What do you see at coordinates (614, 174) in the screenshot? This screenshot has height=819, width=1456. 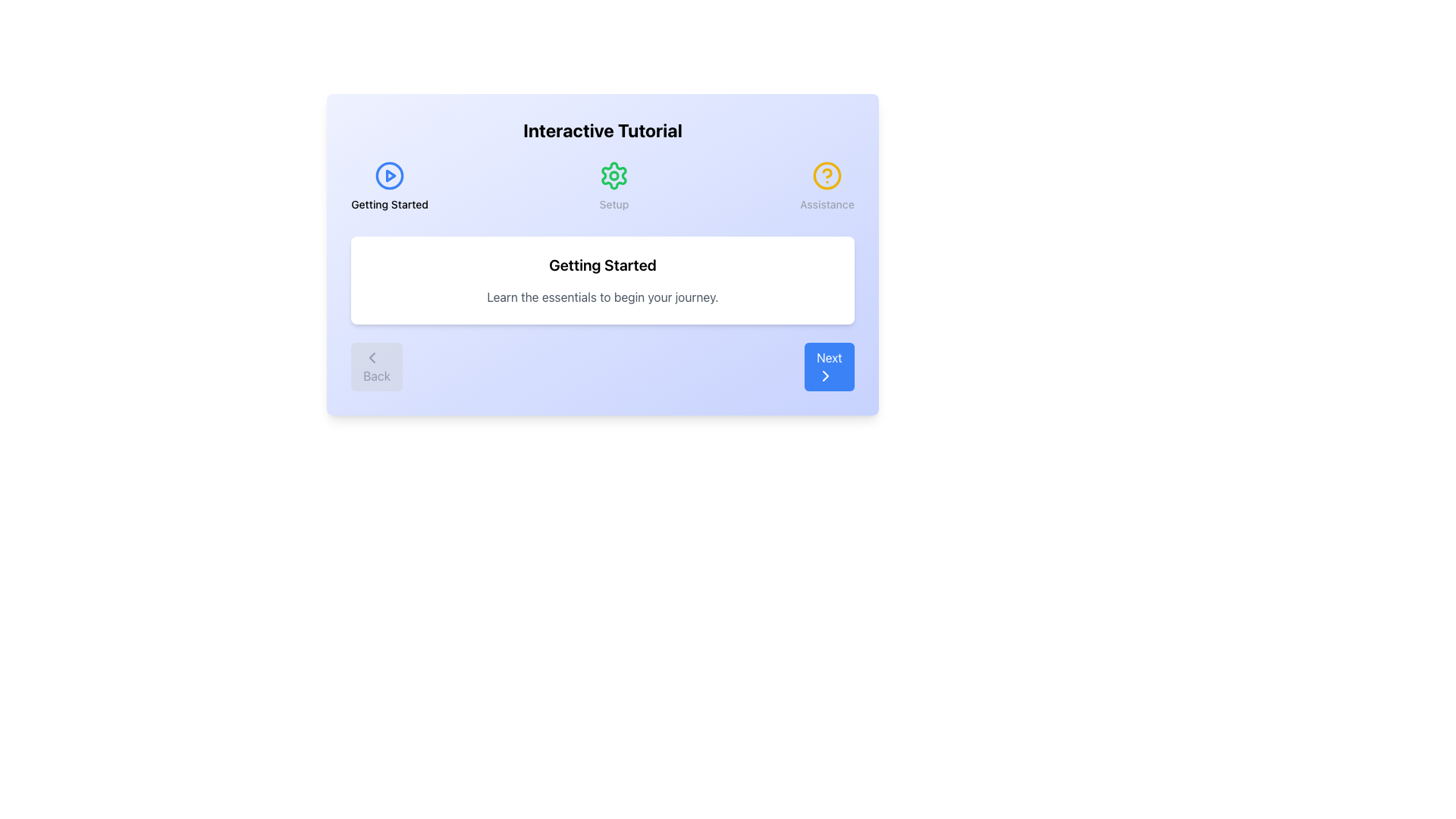 I see `circular decoration within the settings gear icon located at the top center of the interface labeled 'Setup.'` at bounding box center [614, 174].